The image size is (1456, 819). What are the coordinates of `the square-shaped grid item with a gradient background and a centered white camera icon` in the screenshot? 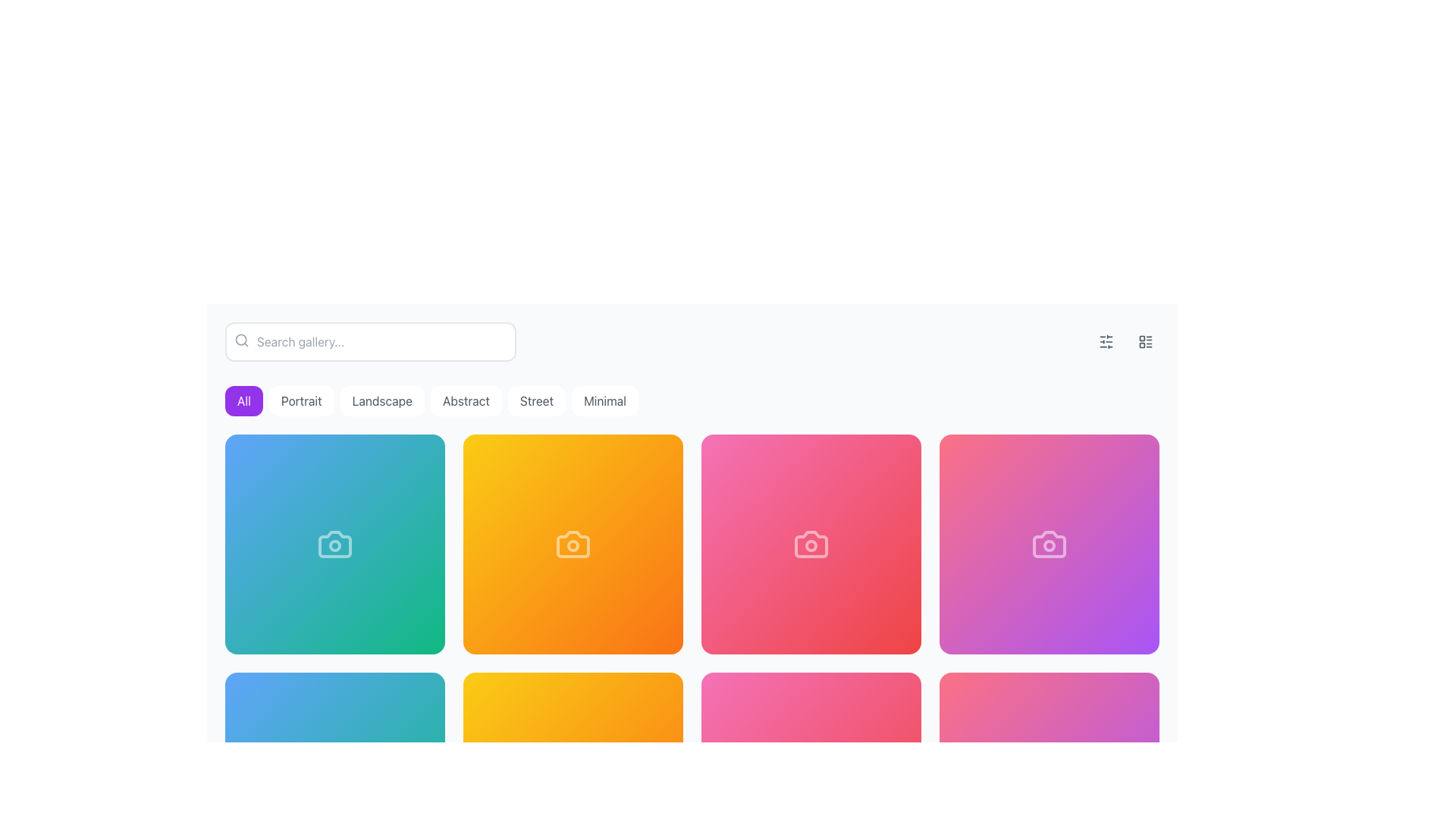 It's located at (334, 543).